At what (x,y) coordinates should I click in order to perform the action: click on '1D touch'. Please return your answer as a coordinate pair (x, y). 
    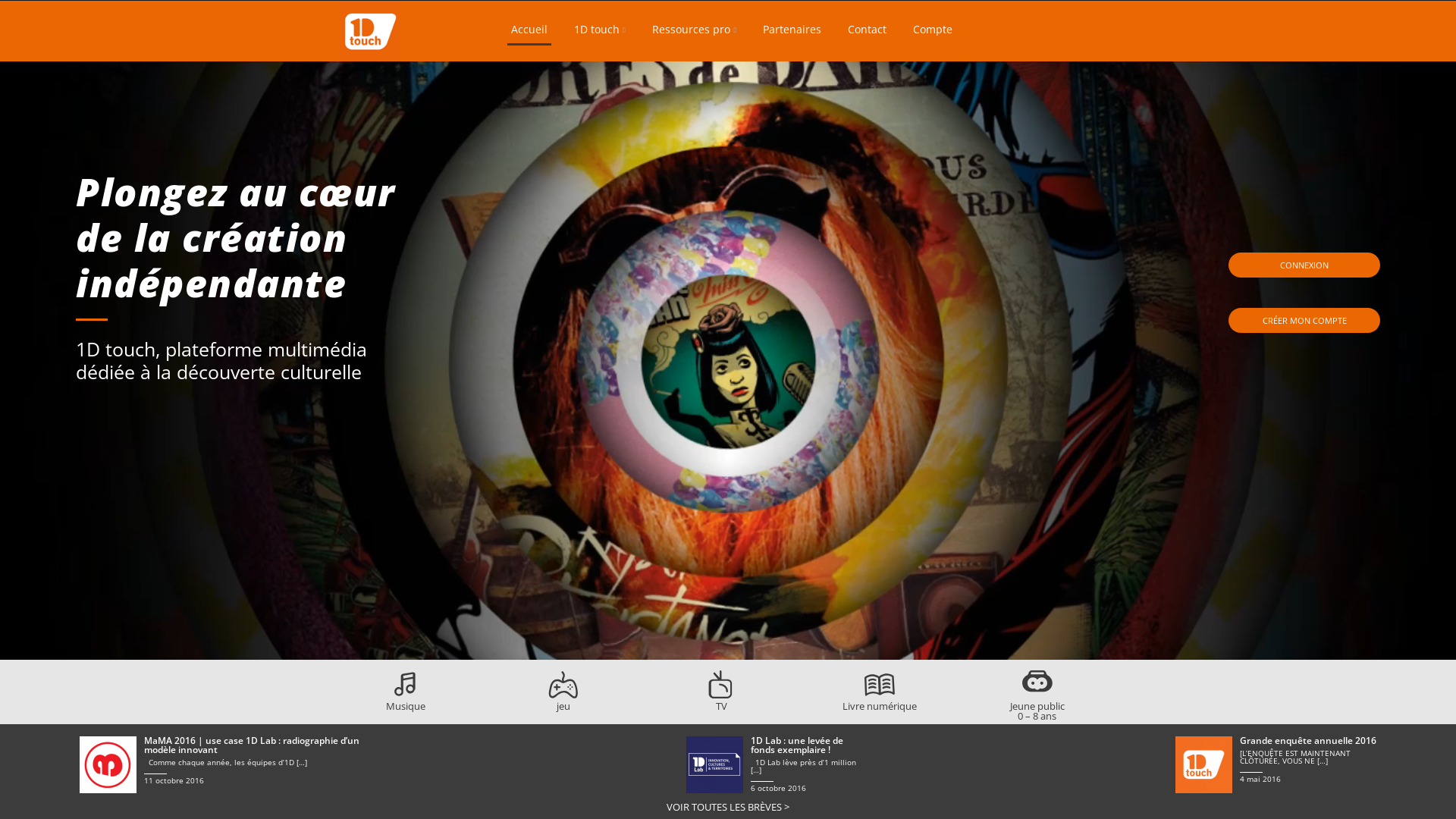
    Looking at the image, I should click on (570, 31).